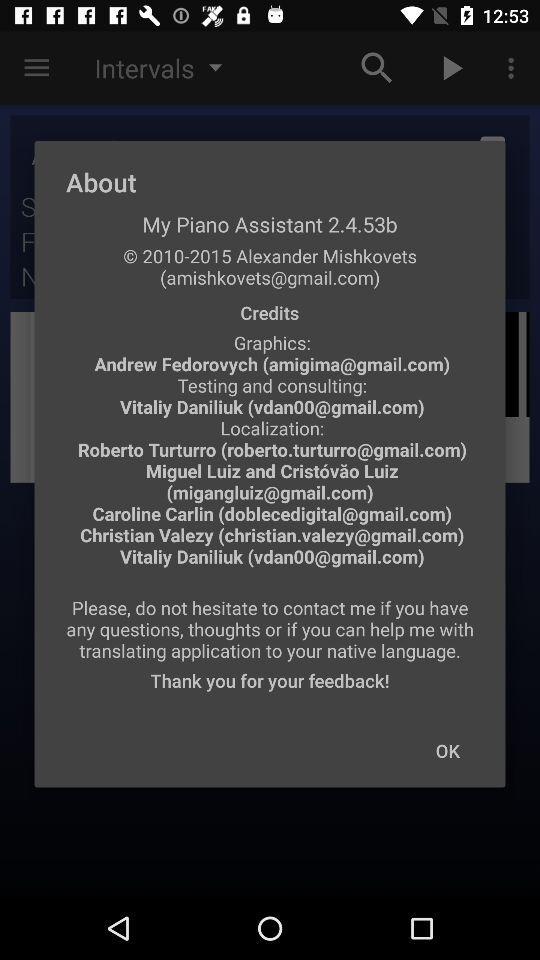 This screenshot has width=540, height=960. I want to click on the icon at the bottom right corner, so click(447, 749).